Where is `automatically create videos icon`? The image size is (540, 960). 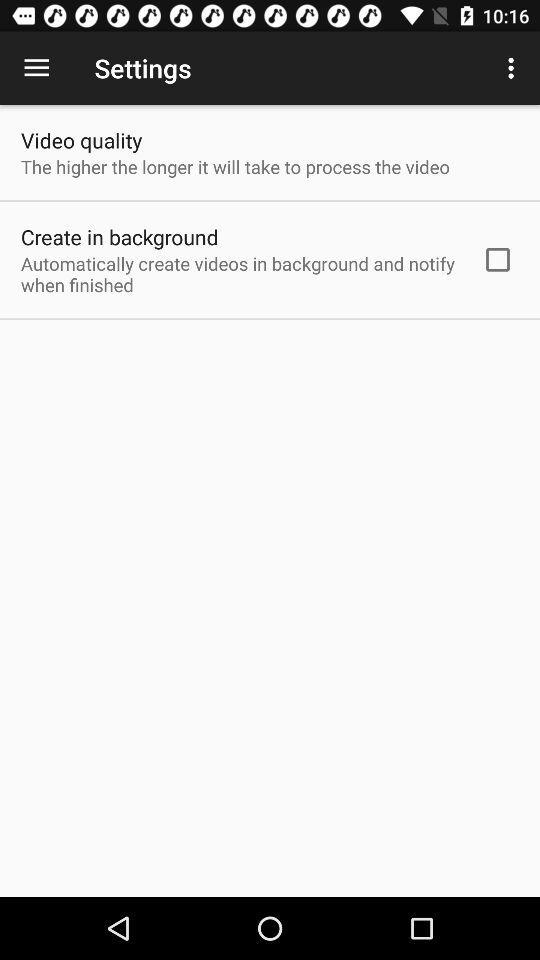 automatically create videos icon is located at coordinates (238, 273).